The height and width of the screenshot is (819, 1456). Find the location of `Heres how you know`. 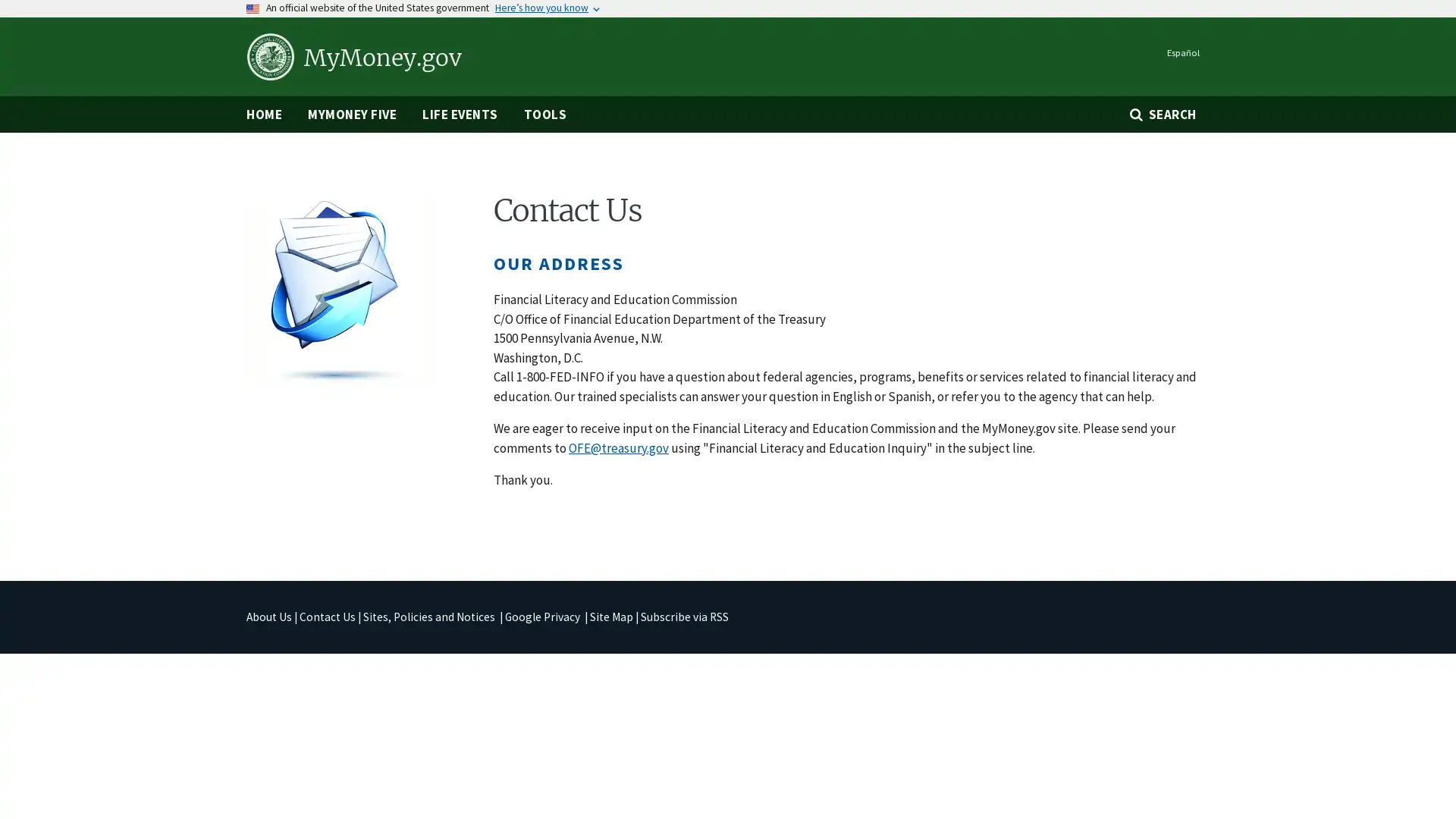

Heres how you know is located at coordinates (541, 8).